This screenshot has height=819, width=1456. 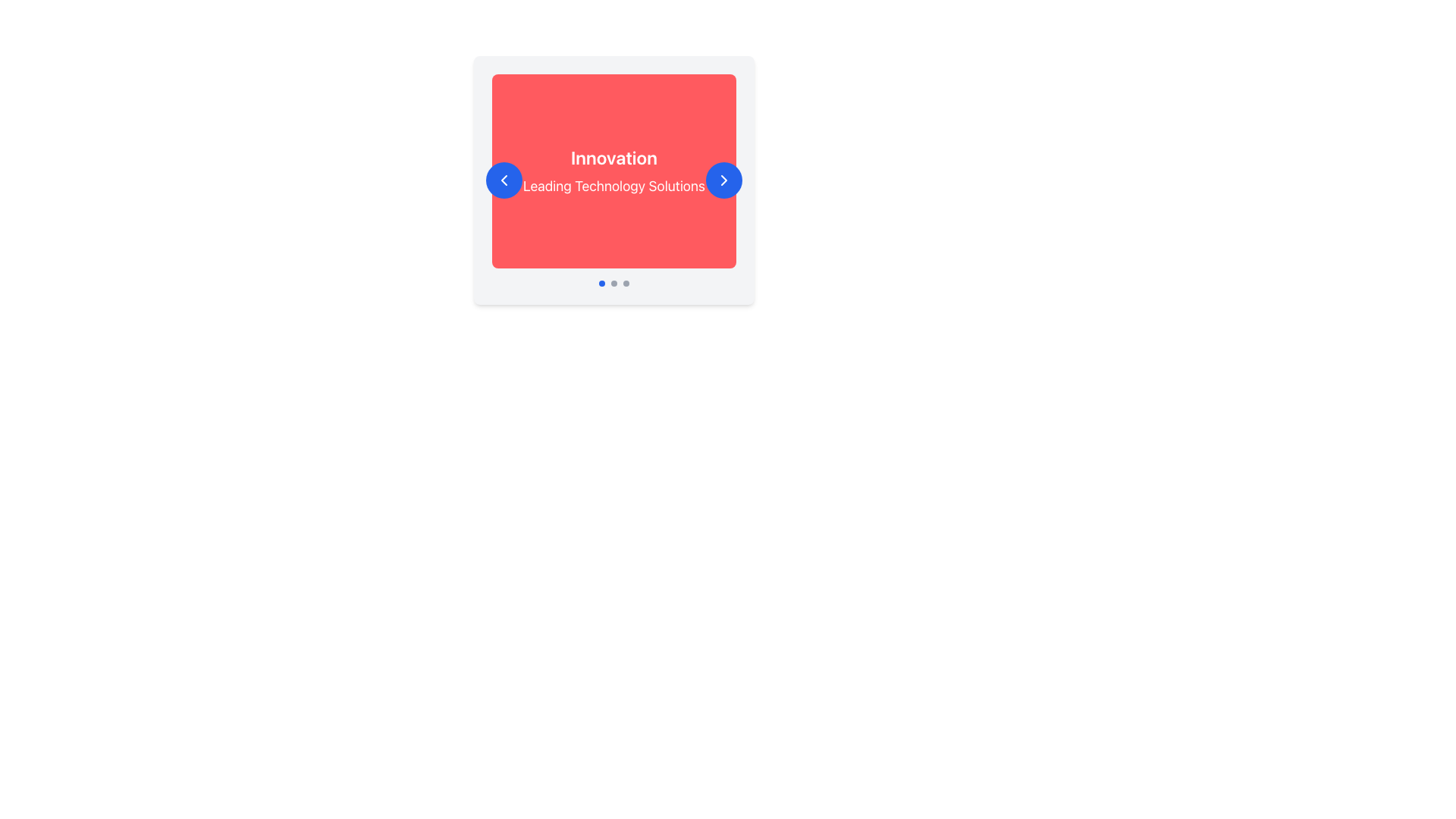 What do you see at coordinates (504, 180) in the screenshot?
I see `the circular blue button with a white leftward-pointing chevron icon, which is the first navigation button located on the left side of the interface` at bounding box center [504, 180].